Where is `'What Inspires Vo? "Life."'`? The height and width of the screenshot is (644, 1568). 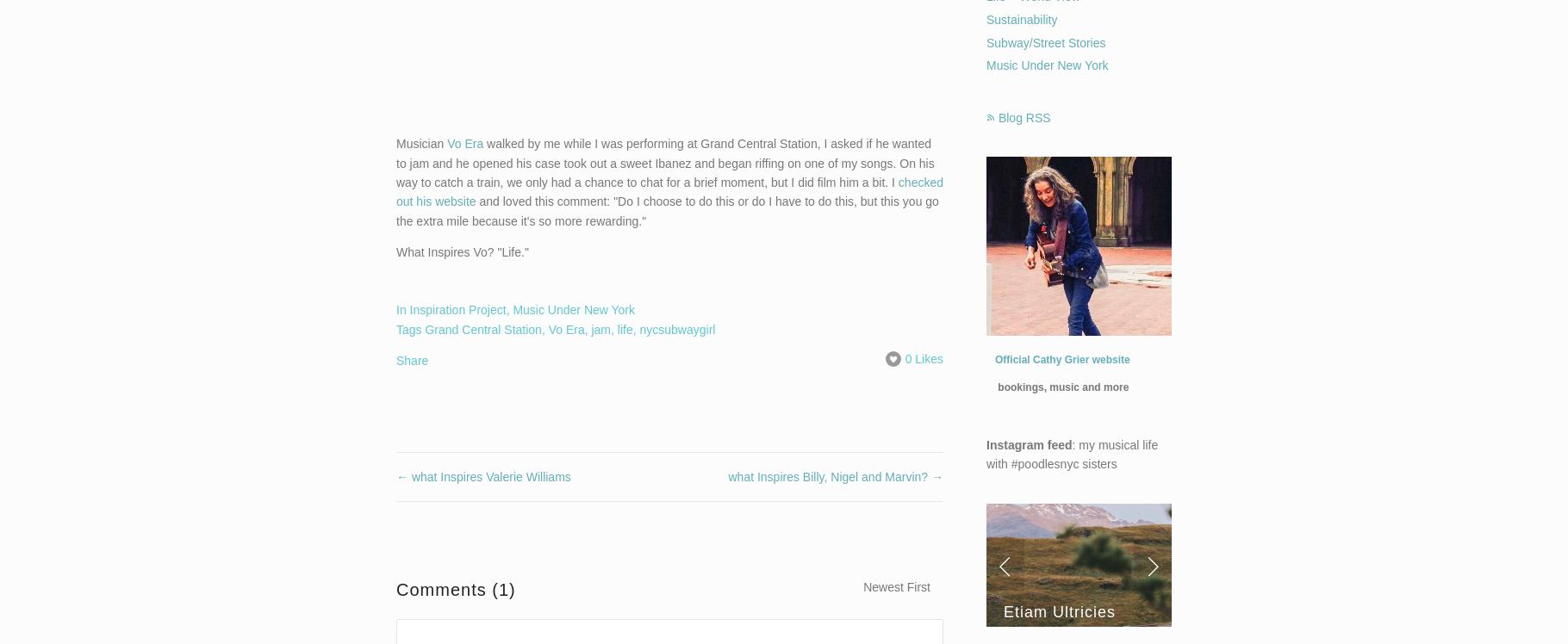 'What Inspires Vo? "Life."' is located at coordinates (462, 251).